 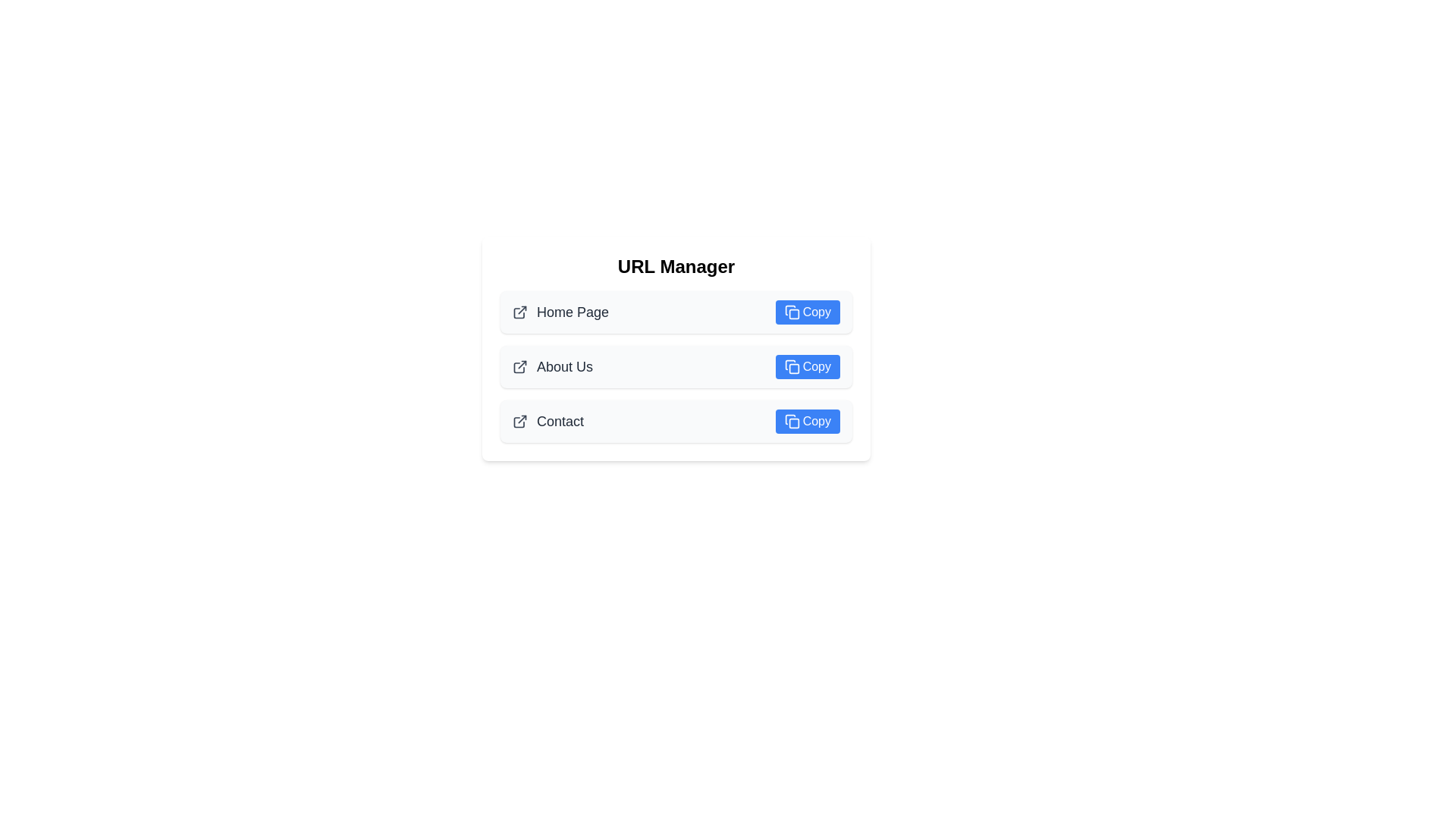 What do you see at coordinates (789, 419) in the screenshot?
I see `the icon representing a document or clipboard within the blue 'Copy' button located to the right of the 'Contact' text in the URL Manager interface` at bounding box center [789, 419].